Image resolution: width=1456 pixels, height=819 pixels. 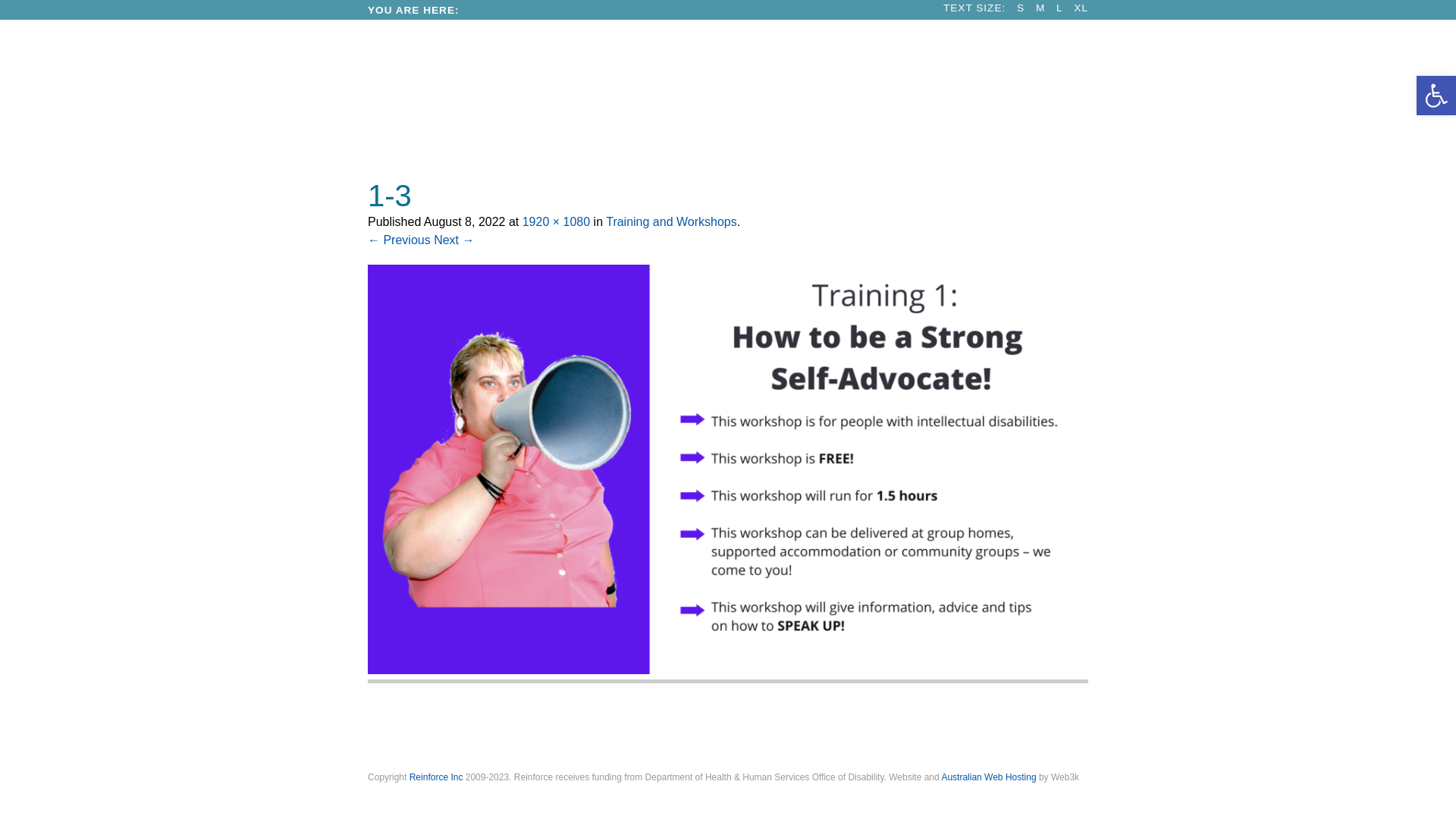 What do you see at coordinates (670, 221) in the screenshot?
I see `'Training and Workshops'` at bounding box center [670, 221].